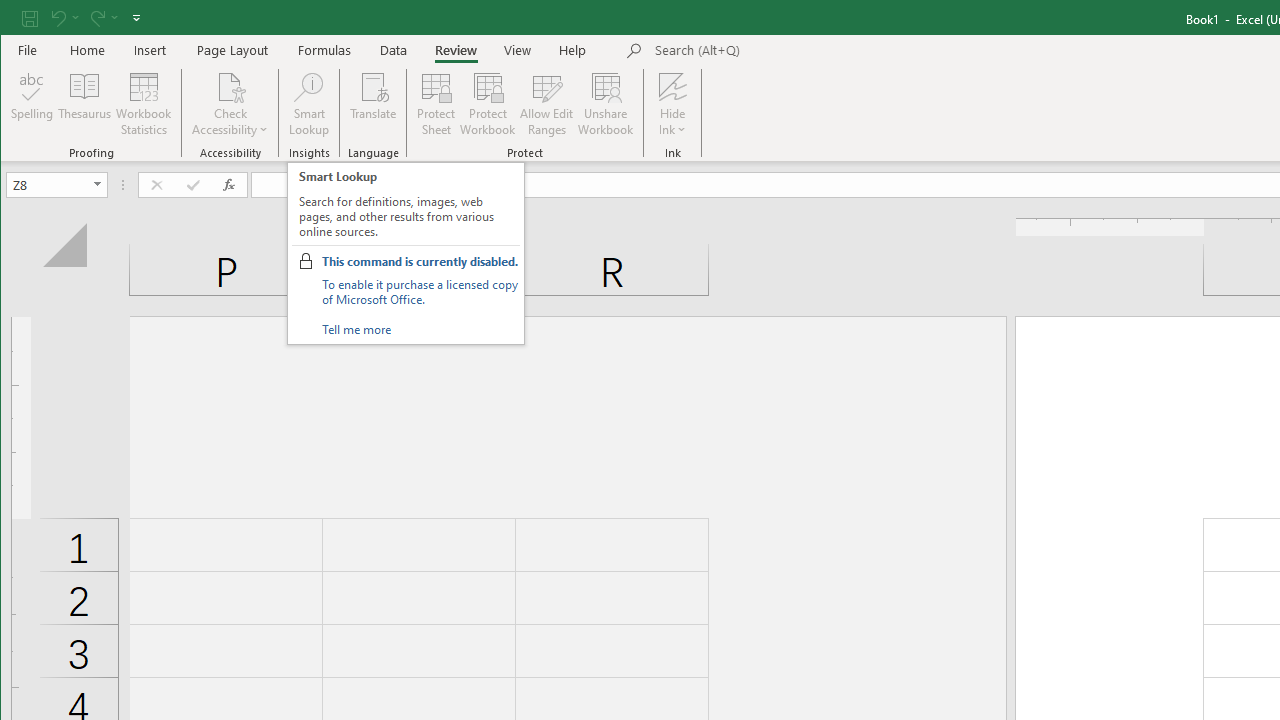  I want to click on 'Quick Access Toolbar', so click(82, 18).